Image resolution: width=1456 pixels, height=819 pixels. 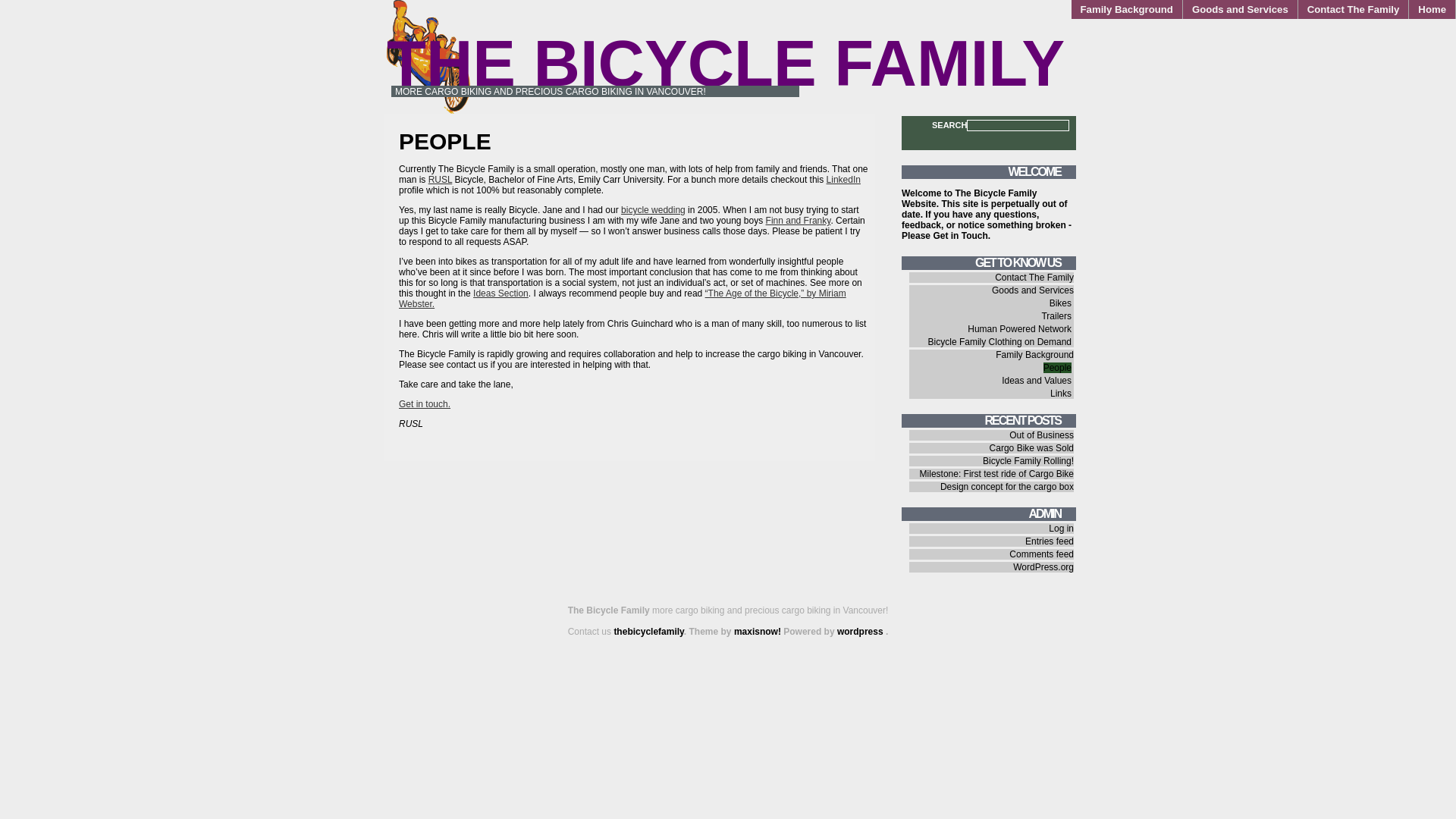 I want to click on 'THE BICYCLE FAMILY', so click(x=724, y=62).